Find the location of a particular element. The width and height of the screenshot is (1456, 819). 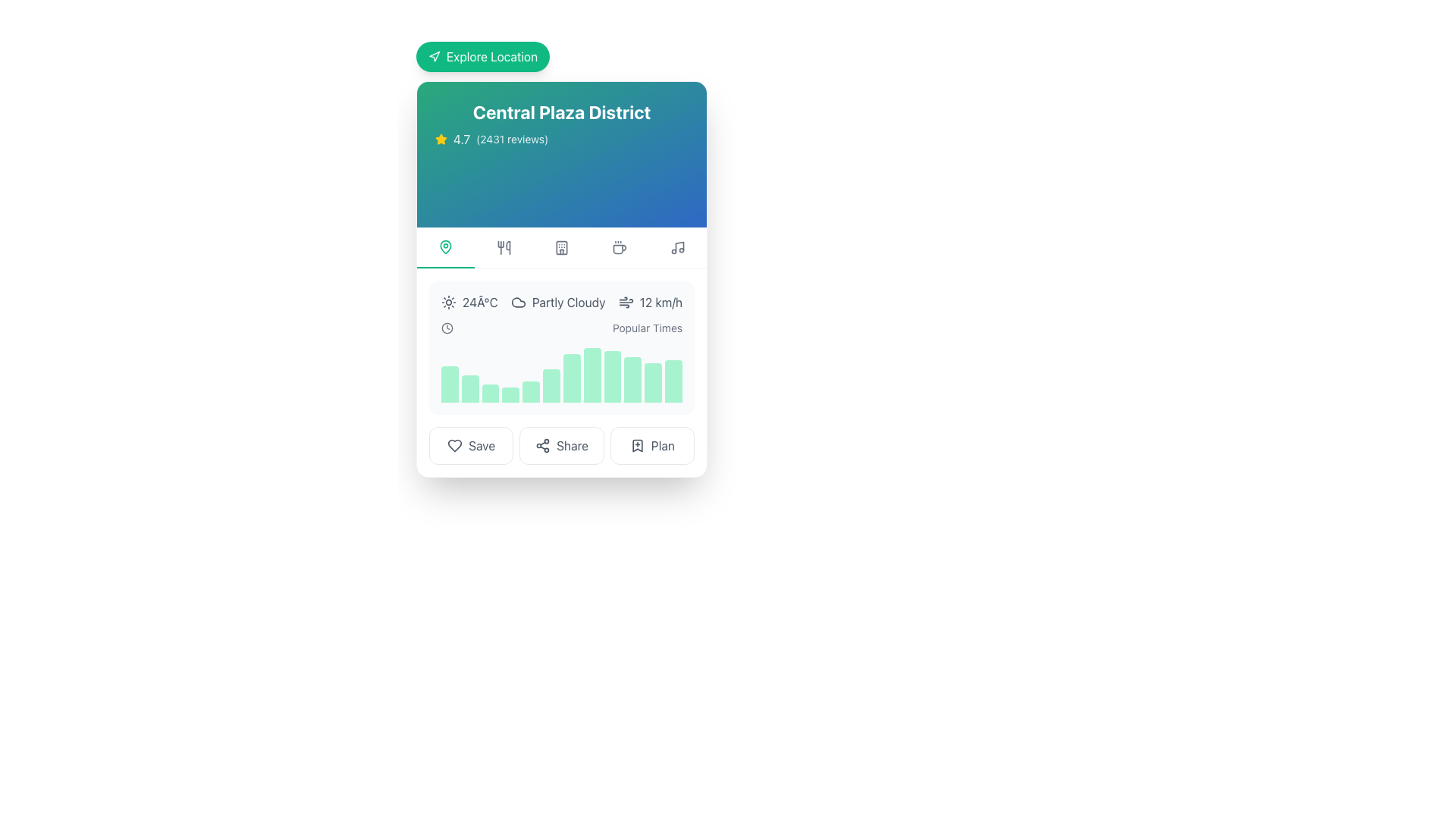

the corresponding data value by clicking on the seventh bar from the left in the histogram located in the center of the card layout is located at coordinates (571, 377).